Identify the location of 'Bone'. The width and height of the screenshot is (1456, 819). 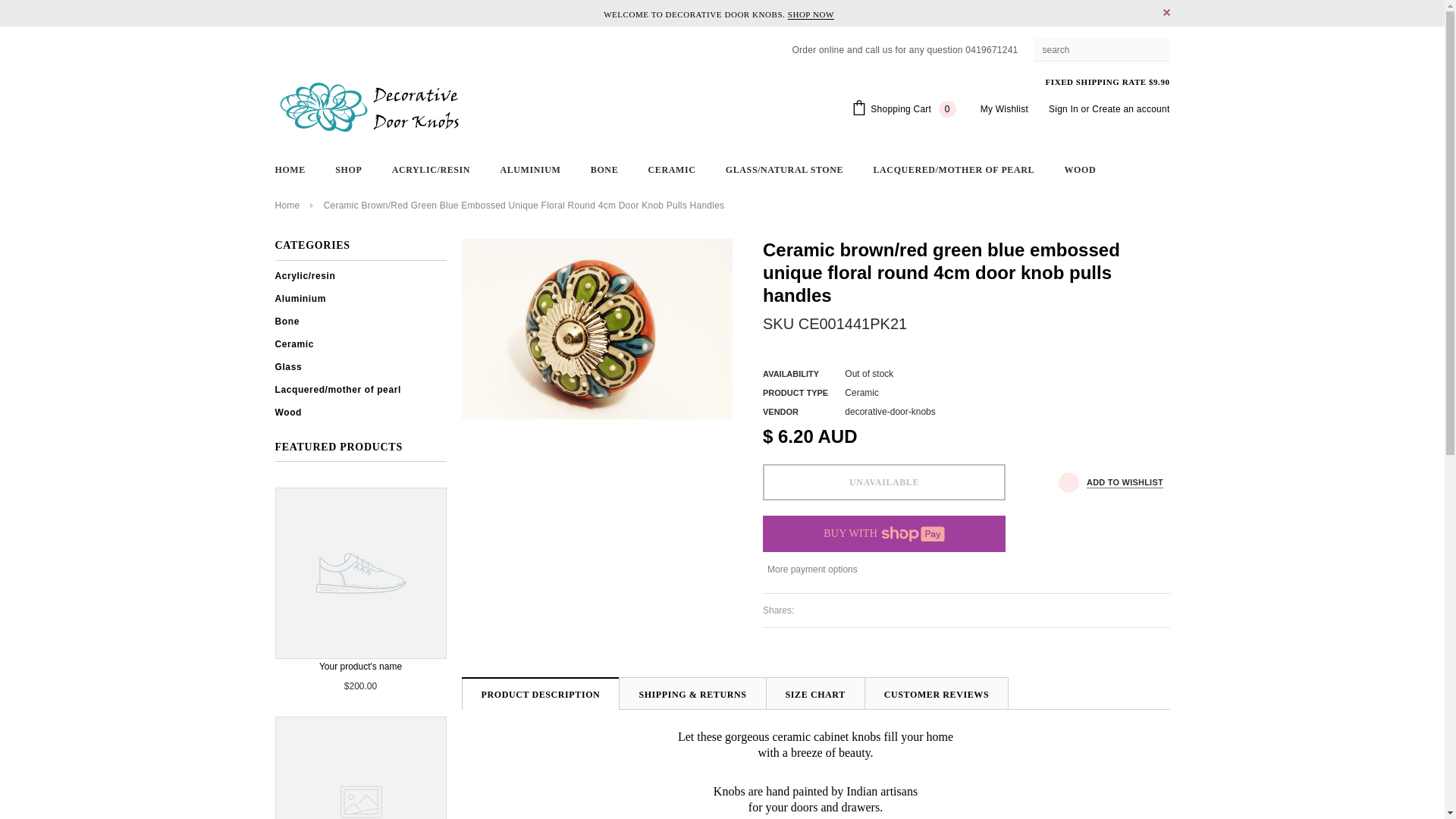
(287, 320).